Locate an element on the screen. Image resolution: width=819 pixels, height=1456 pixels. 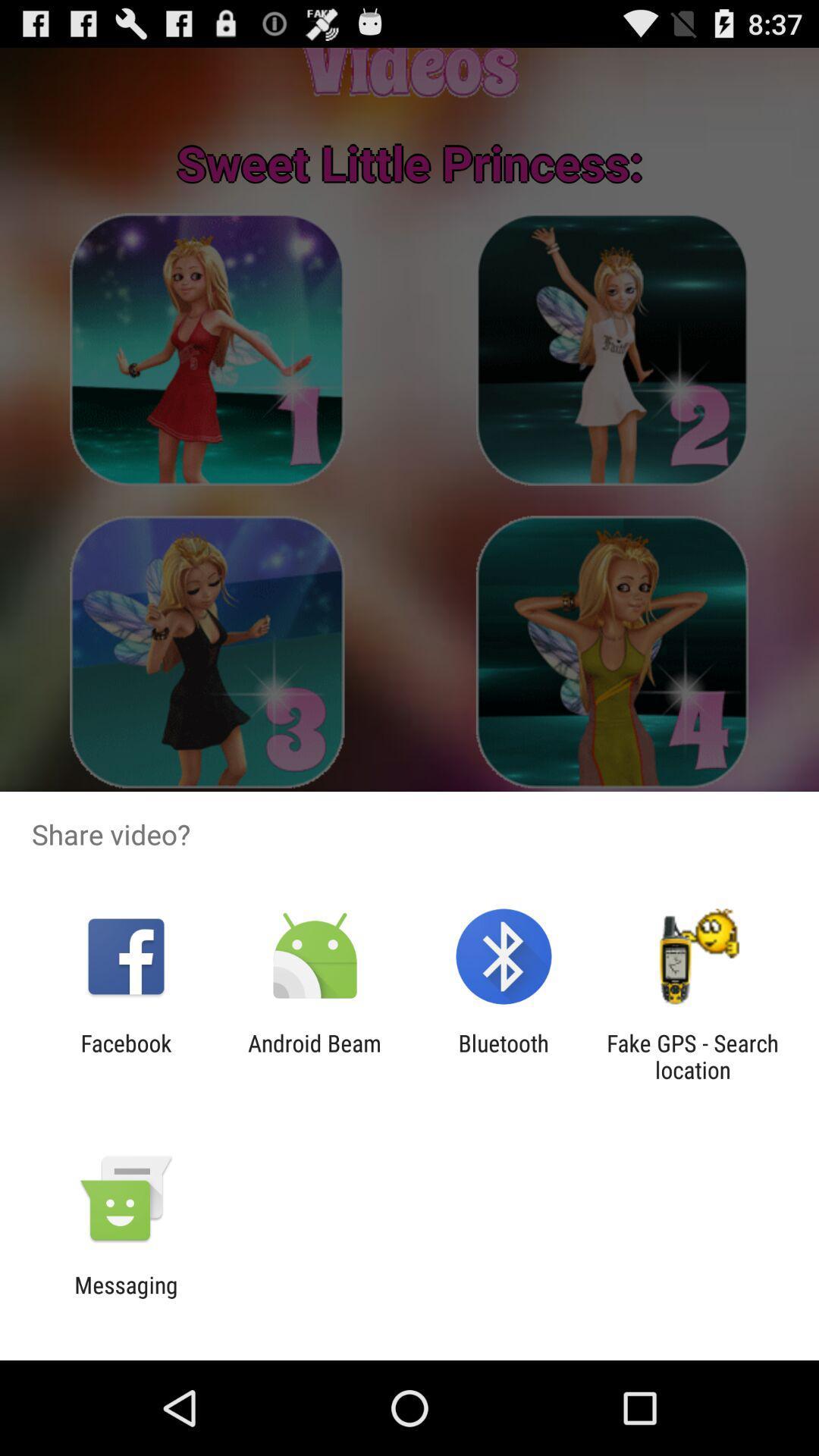
the app to the right of the android beam item is located at coordinates (504, 1056).